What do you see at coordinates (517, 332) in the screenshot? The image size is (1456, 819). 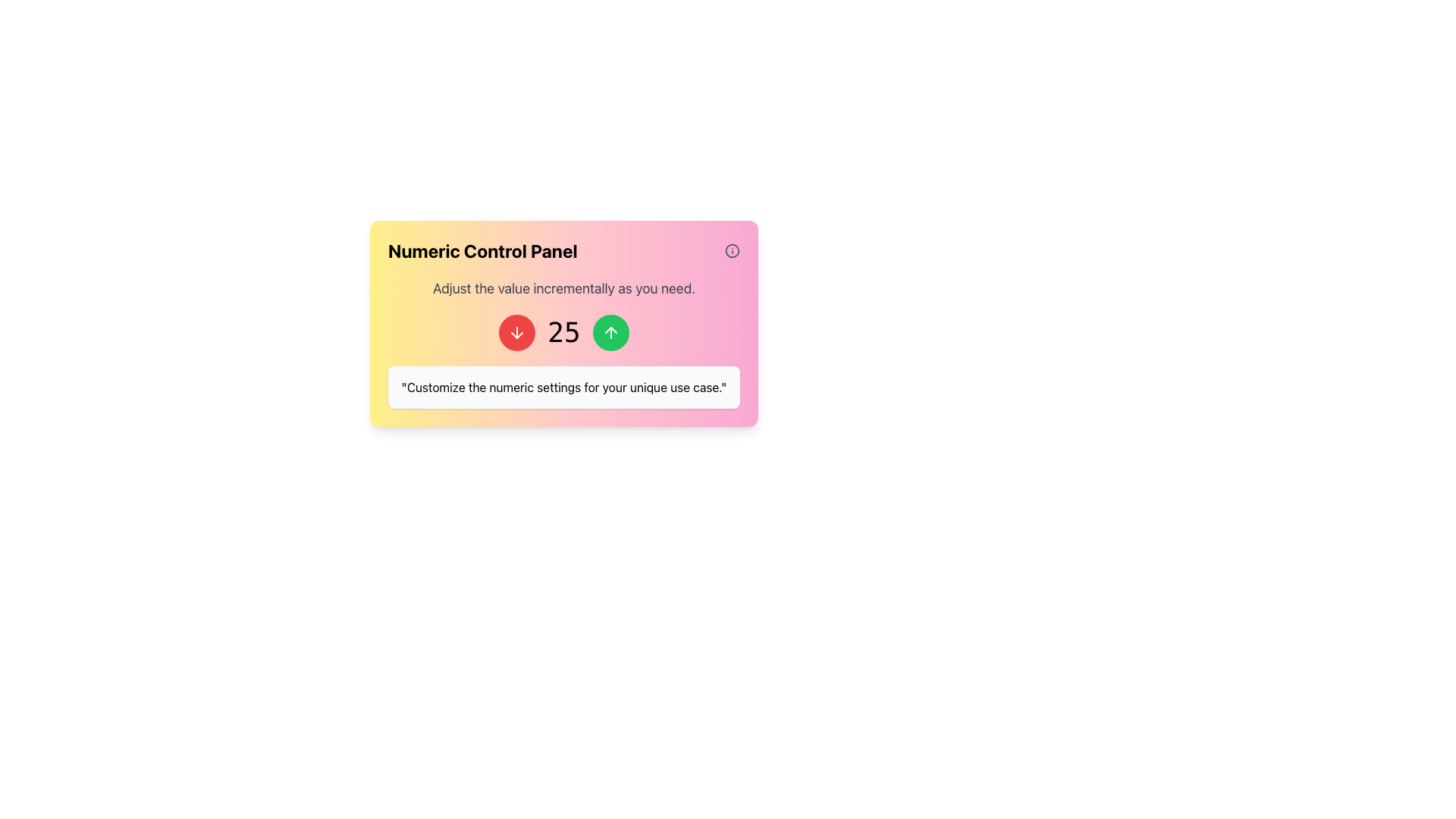 I see `the left button in the 'Numeric Control Panel' to decrease the value displayed next to it` at bounding box center [517, 332].